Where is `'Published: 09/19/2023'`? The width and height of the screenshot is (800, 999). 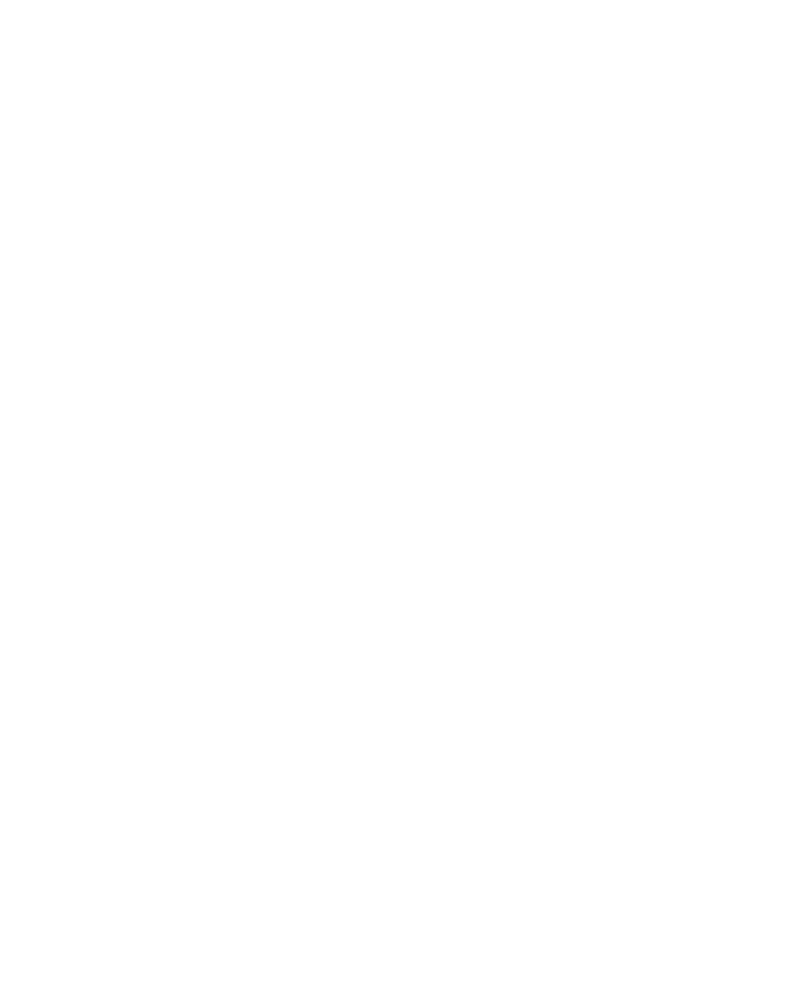
'Published: 09/19/2023' is located at coordinates (401, 978).